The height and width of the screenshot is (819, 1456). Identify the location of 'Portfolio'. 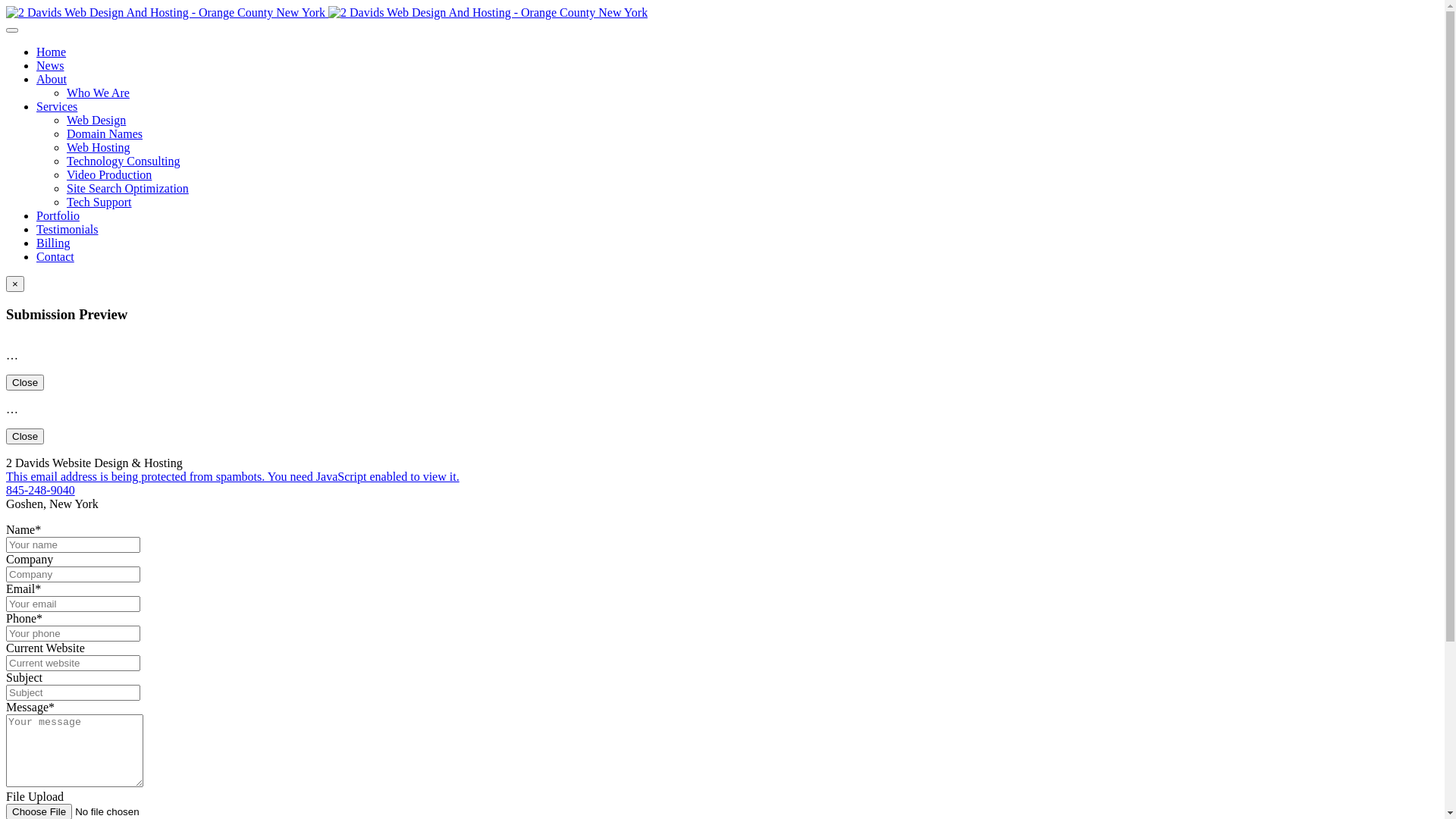
(58, 215).